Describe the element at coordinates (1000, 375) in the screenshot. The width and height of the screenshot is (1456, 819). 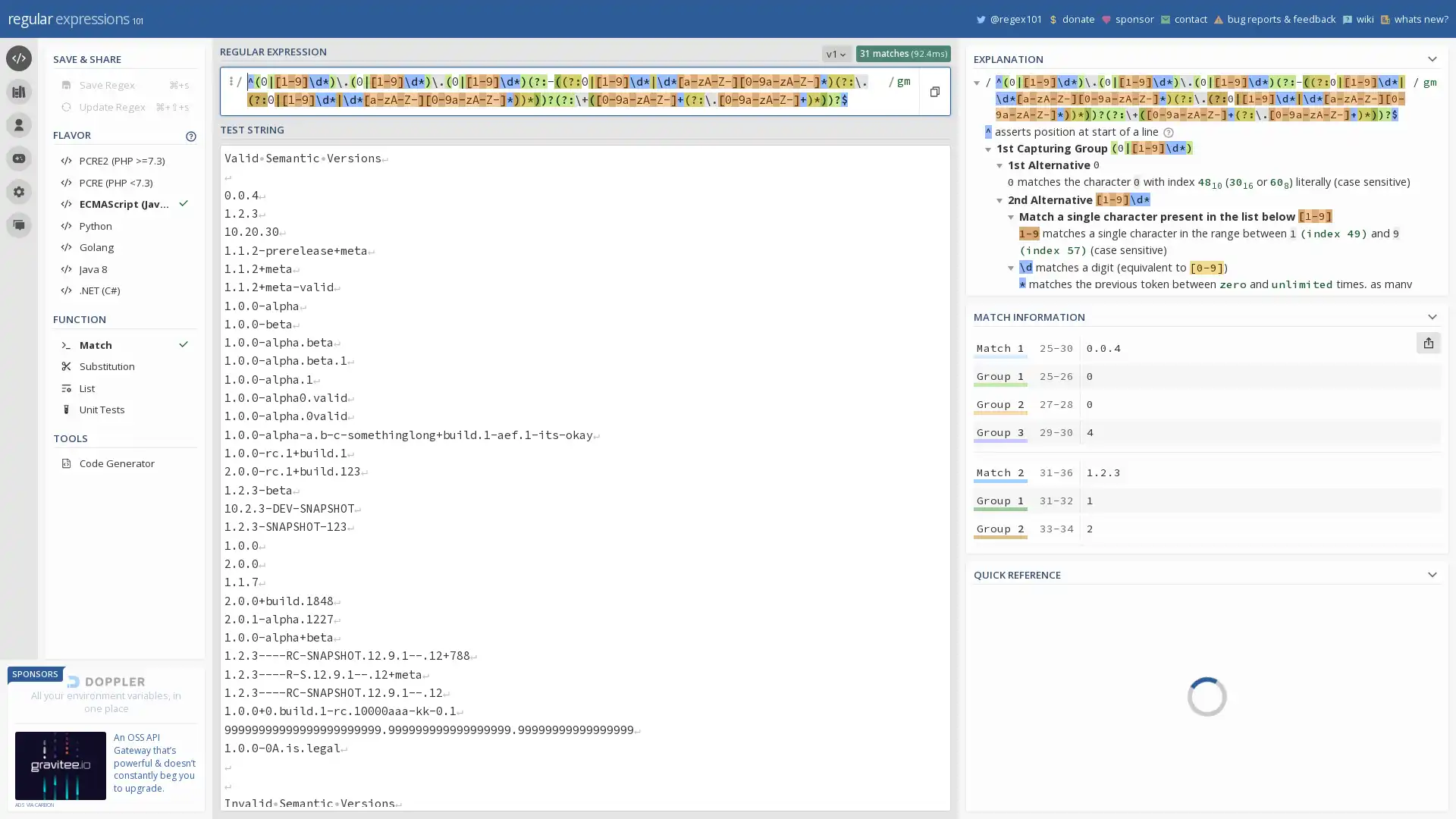
I see `Group 1` at that location.